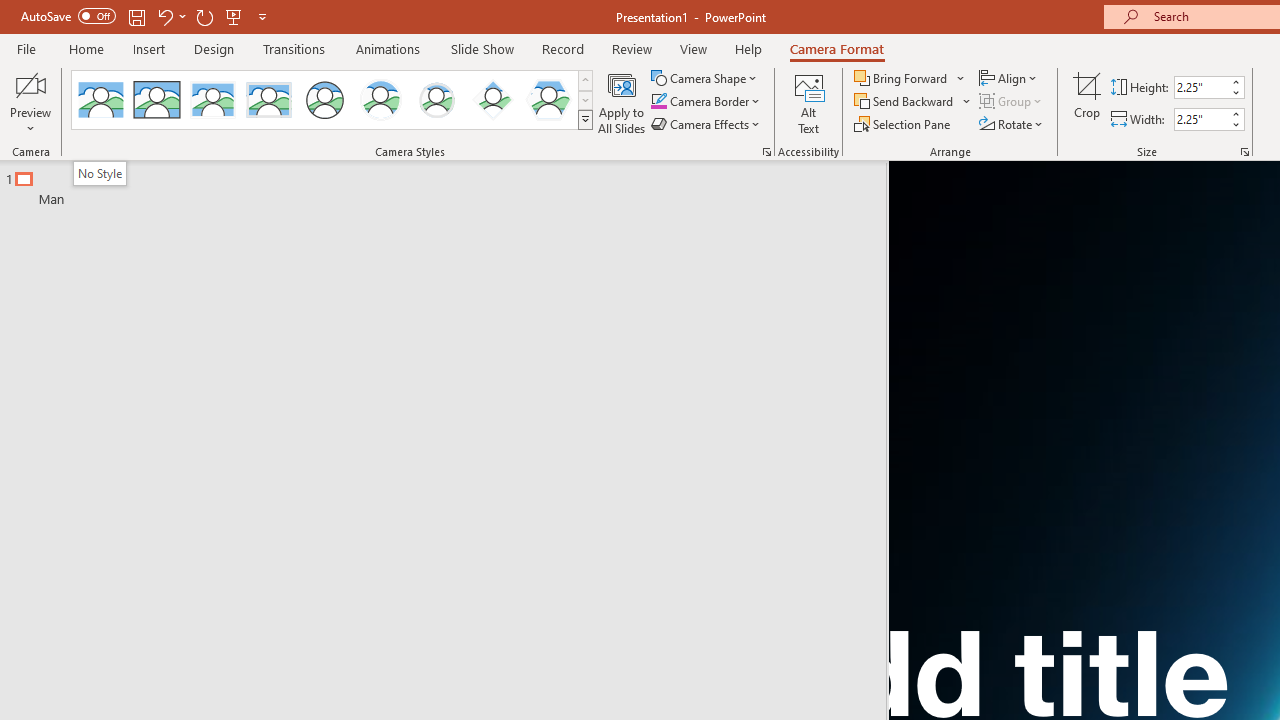 The height and width of the screenshot is (720, 1280). Describe the element at coordinates (1009, 77) in the screenshot. I see `'Align'` at that location.